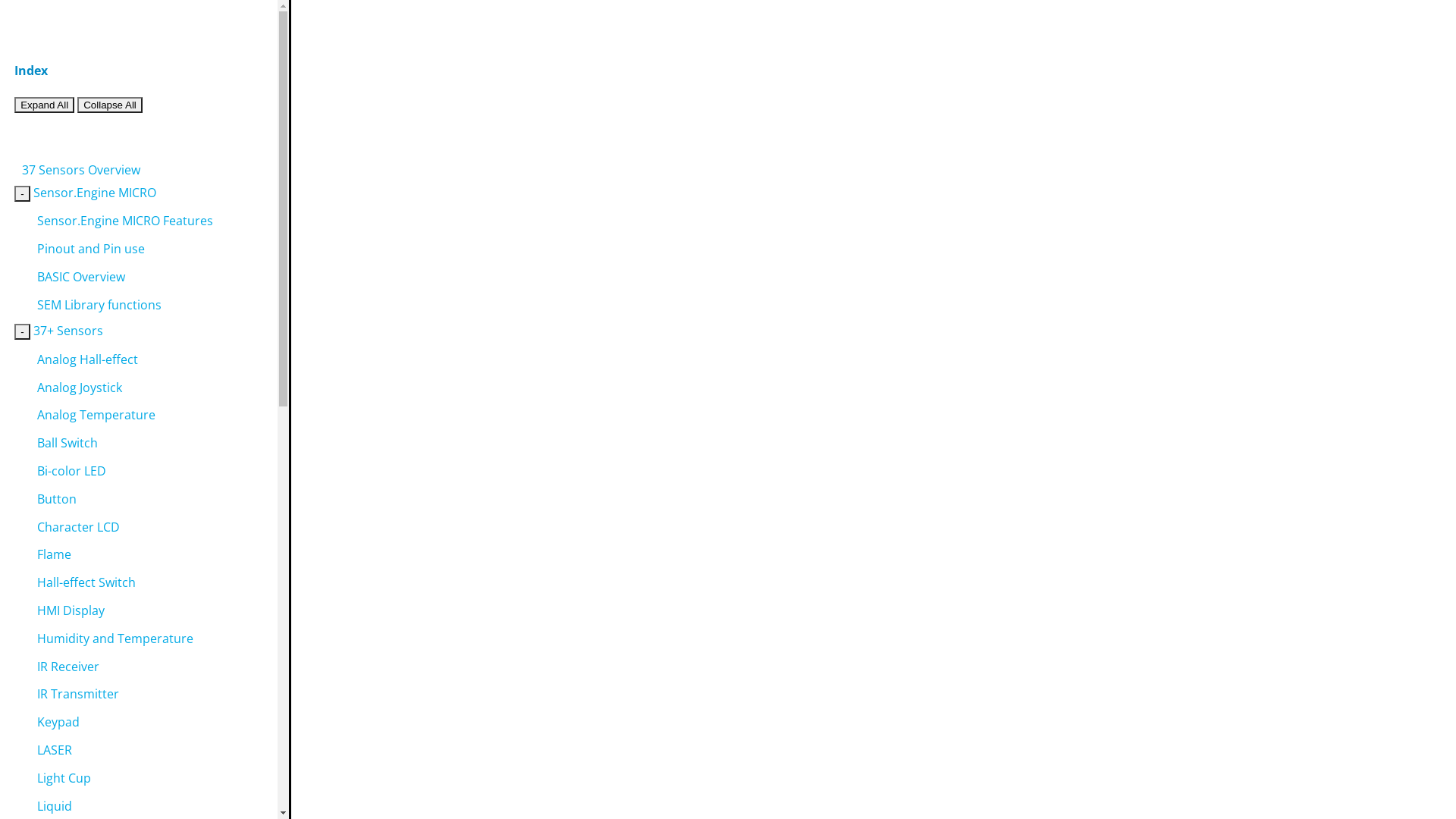 The image size is (1456, 819). What do you see at coordinates (21, 193) in the screenshot?
I see `'-'` at bounding box center [21, 193].